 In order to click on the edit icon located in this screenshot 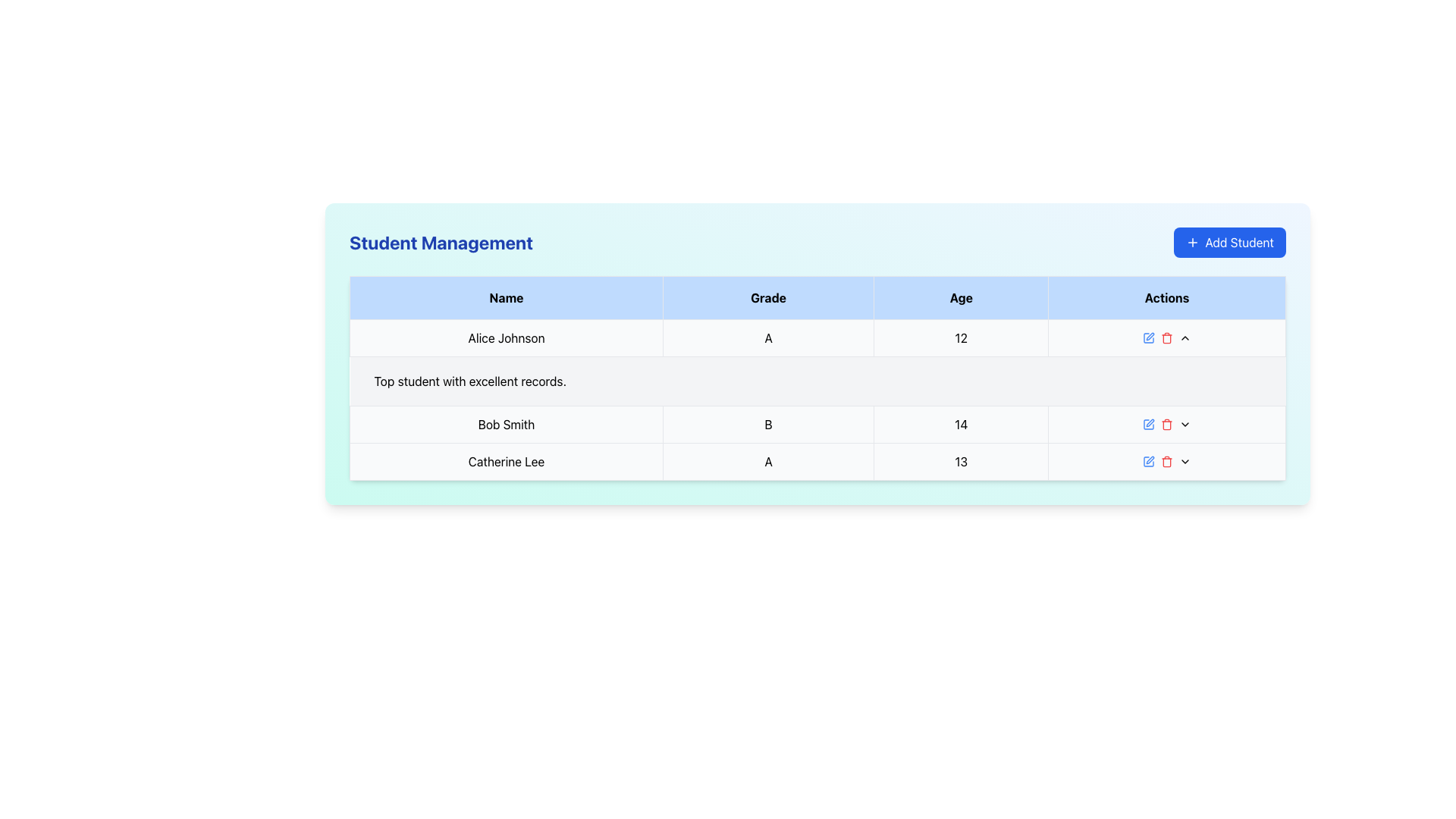, I will do `click(1150, 423)`.